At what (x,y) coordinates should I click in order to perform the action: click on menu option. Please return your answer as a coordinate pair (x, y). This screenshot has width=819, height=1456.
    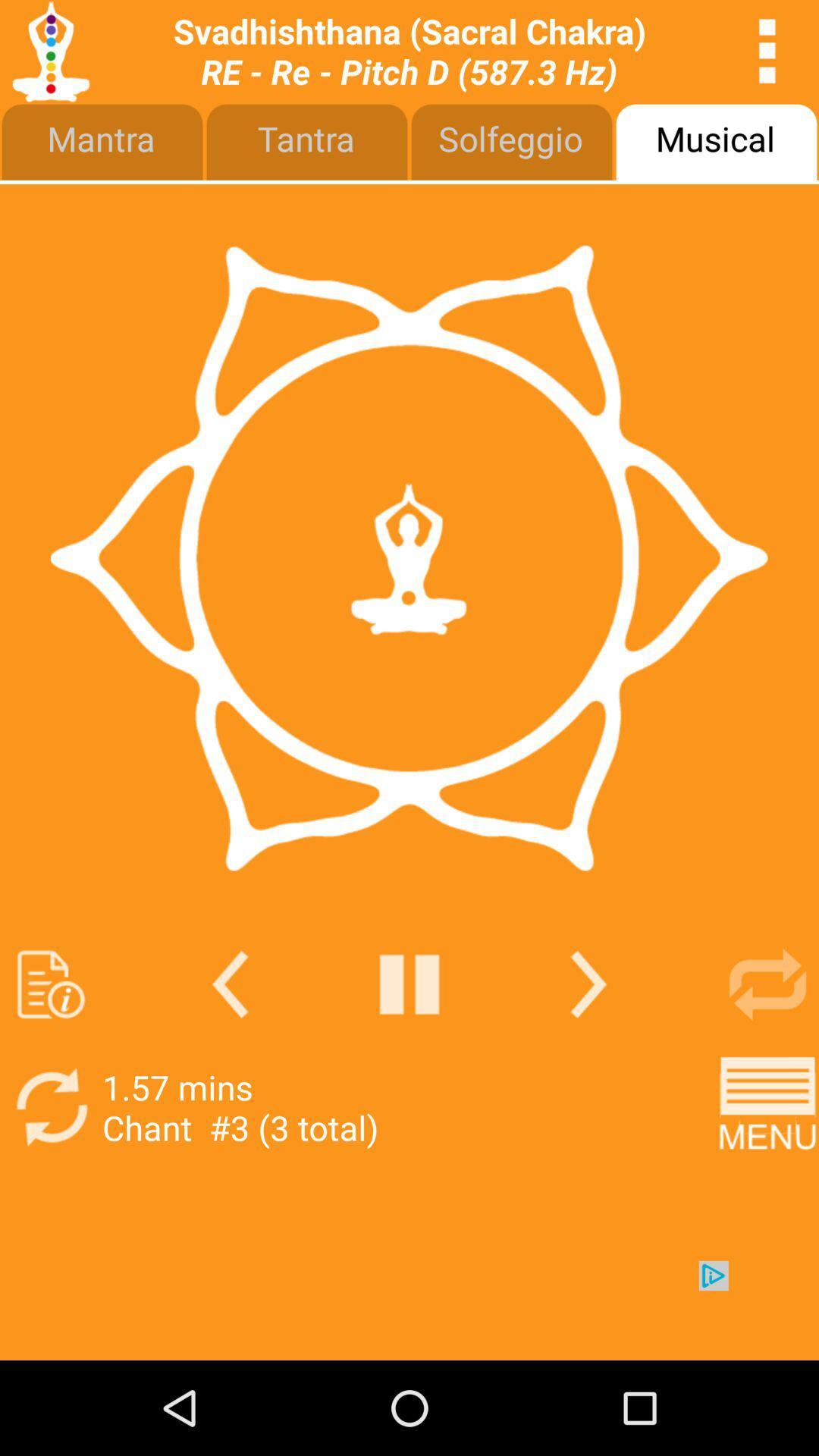
    Looking at the image, I should click on (767, 1107).